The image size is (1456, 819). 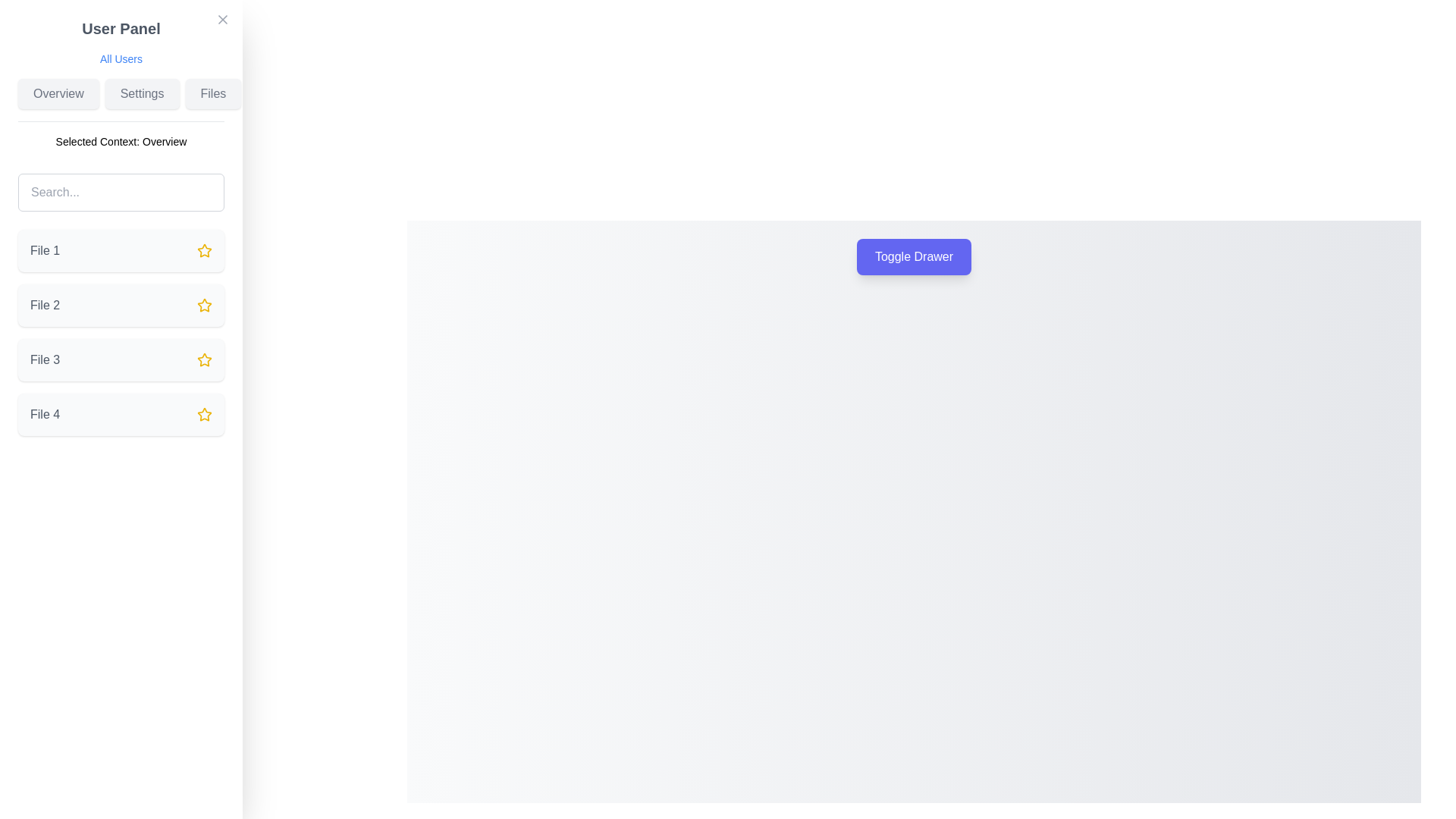 What do you see at coordinates (221, 20) in the screenshot?
I see `the small 'X' icon located at the top-left of the interface, adjacent to the 'User Panel' text label` at bounding box center [221, 20].